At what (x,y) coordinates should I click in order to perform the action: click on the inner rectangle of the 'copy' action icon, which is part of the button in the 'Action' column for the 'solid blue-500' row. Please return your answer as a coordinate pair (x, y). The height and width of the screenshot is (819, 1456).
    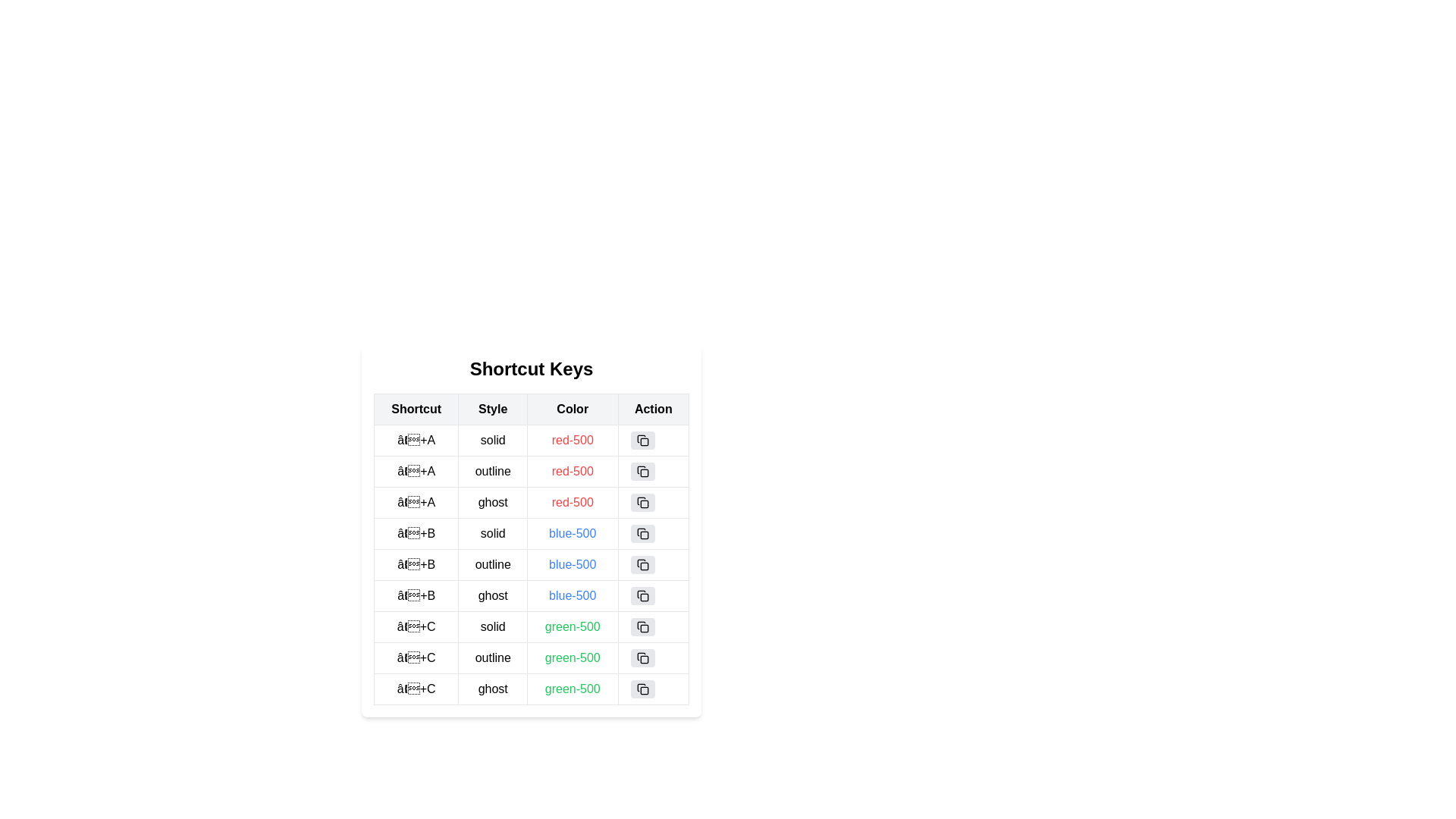
    Looking at the image, I should click on (644, 534).